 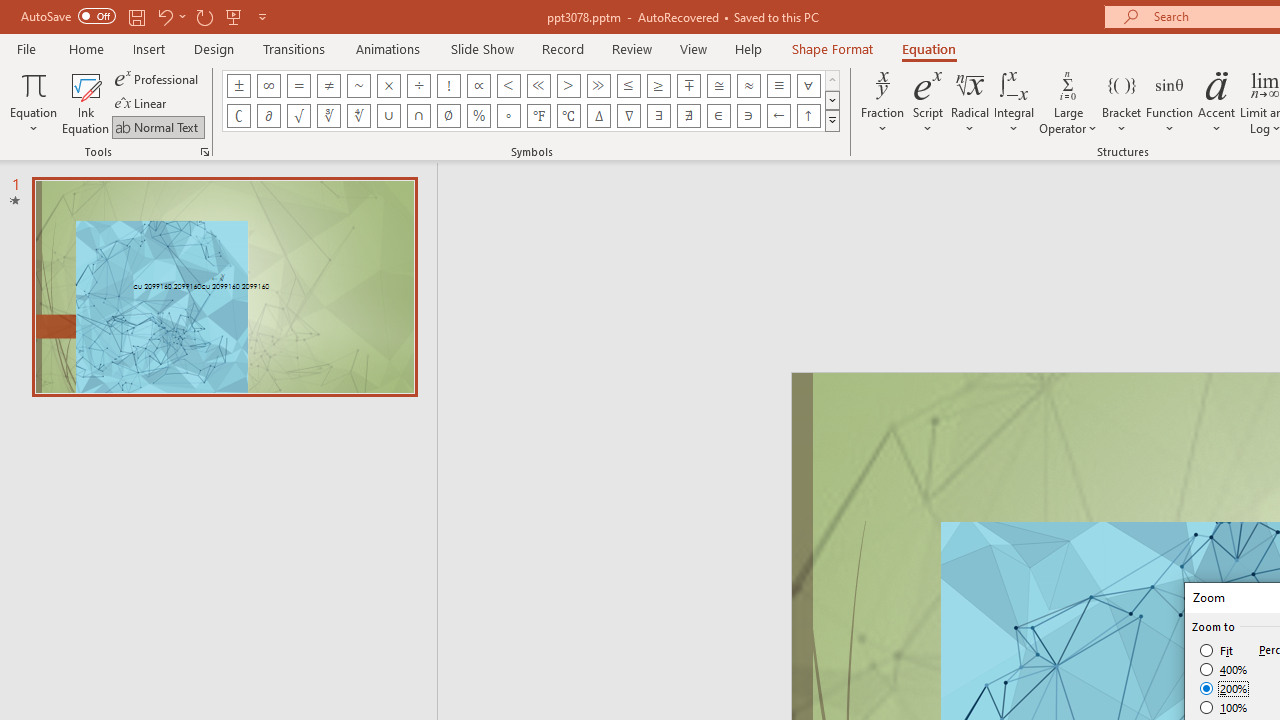 What do you see at coordinates (447, 115) in the screenshot?
I see `'Equation Symbol Empty Set'` at bounding box center [447, 115].